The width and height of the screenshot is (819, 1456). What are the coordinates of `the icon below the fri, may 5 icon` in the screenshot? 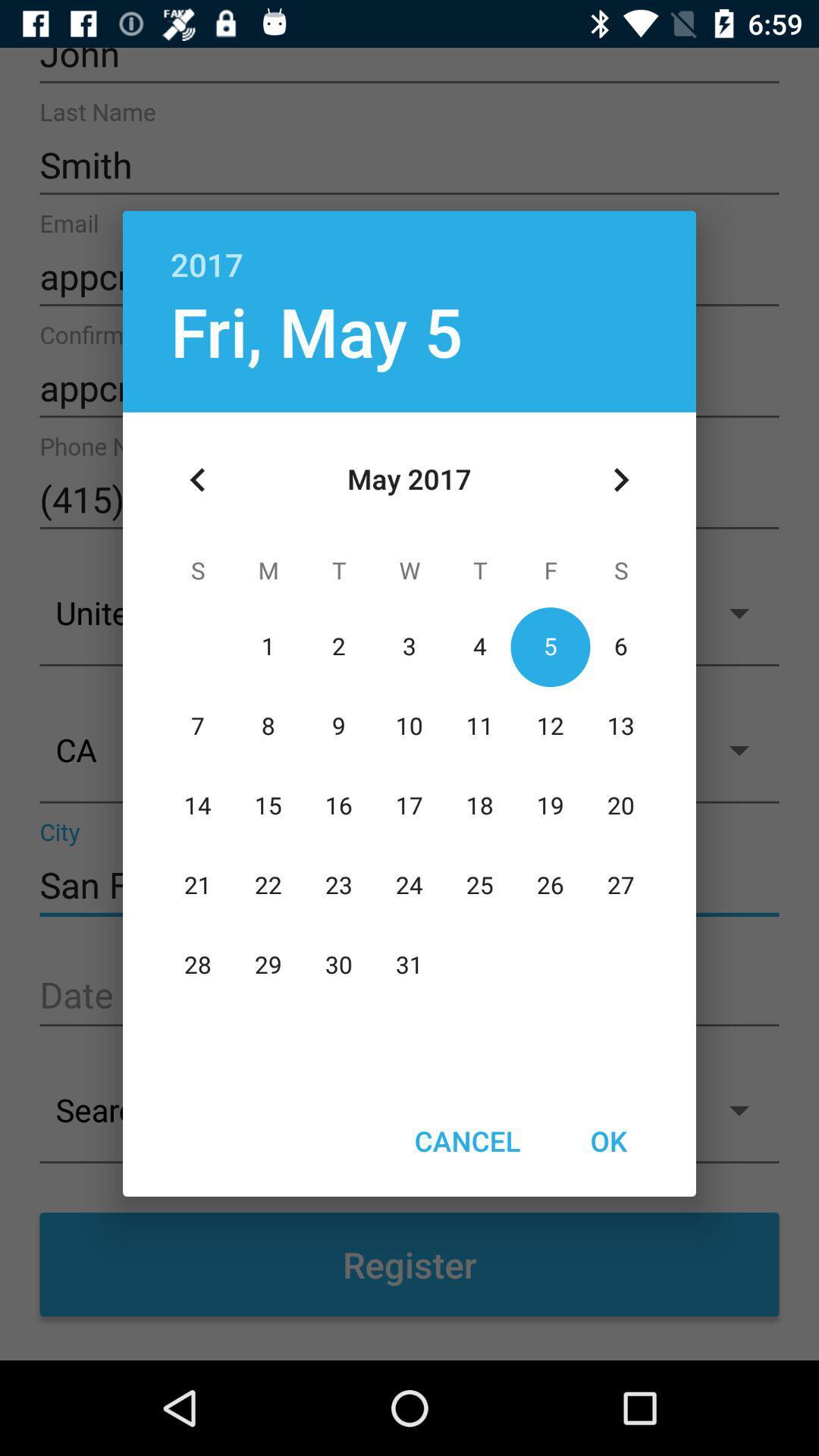 It's located at (197, 479).